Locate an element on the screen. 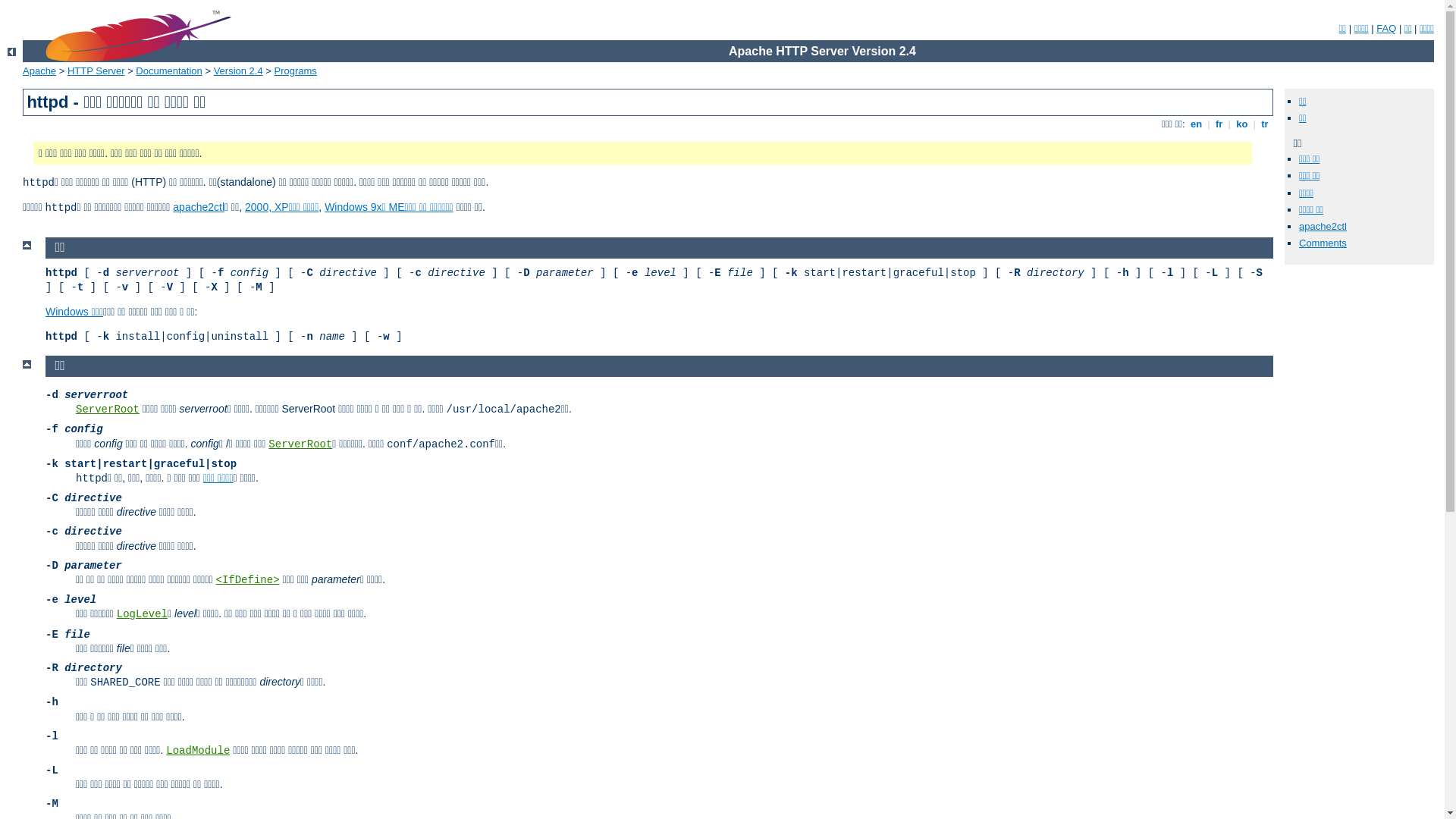 This screenshot has width=1456, height=819. 'LoadModule' is located at coordinates (196, 751).